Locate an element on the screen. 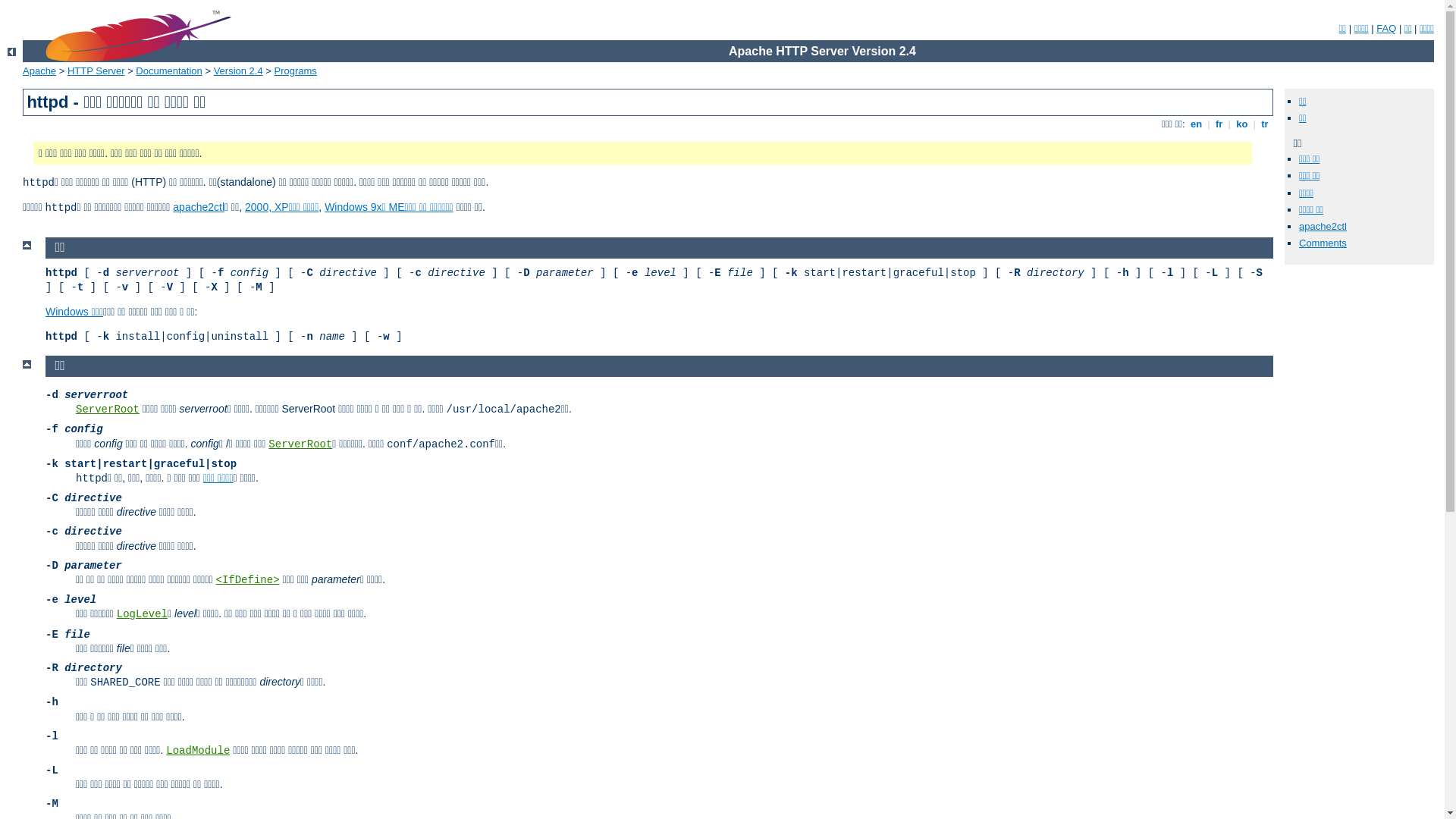 This screenshot has width=1456, height=819. 'LoadModule' is located at coordinates (196, 751).